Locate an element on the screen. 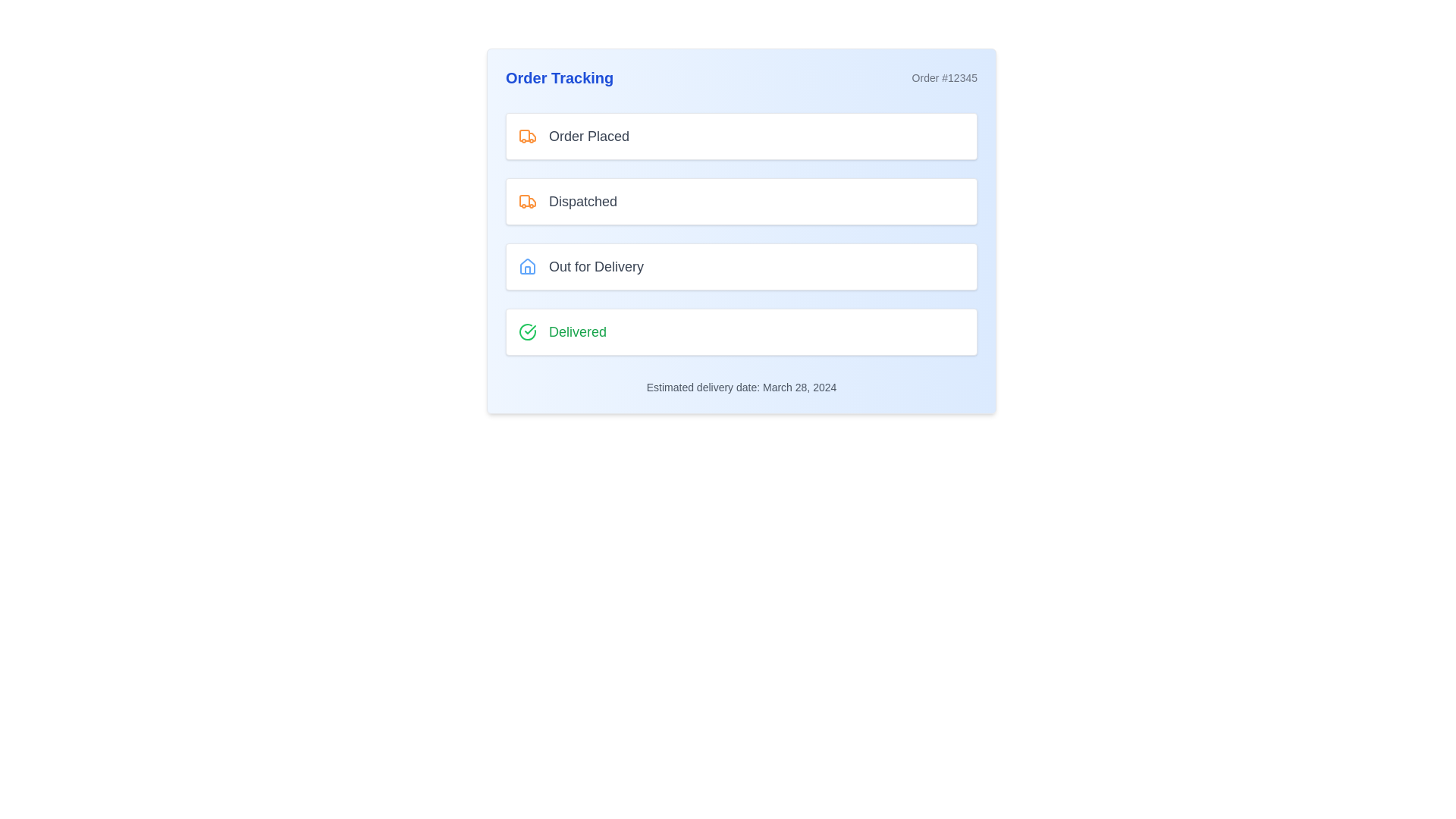 The height and width of the screenshot is (819, 1456). the 'Delivered' text label indicating the completion status of a tracked order, located in the fourth row of the tracking interface, to the right of the delivery icon is located at coordinates (577, 331).